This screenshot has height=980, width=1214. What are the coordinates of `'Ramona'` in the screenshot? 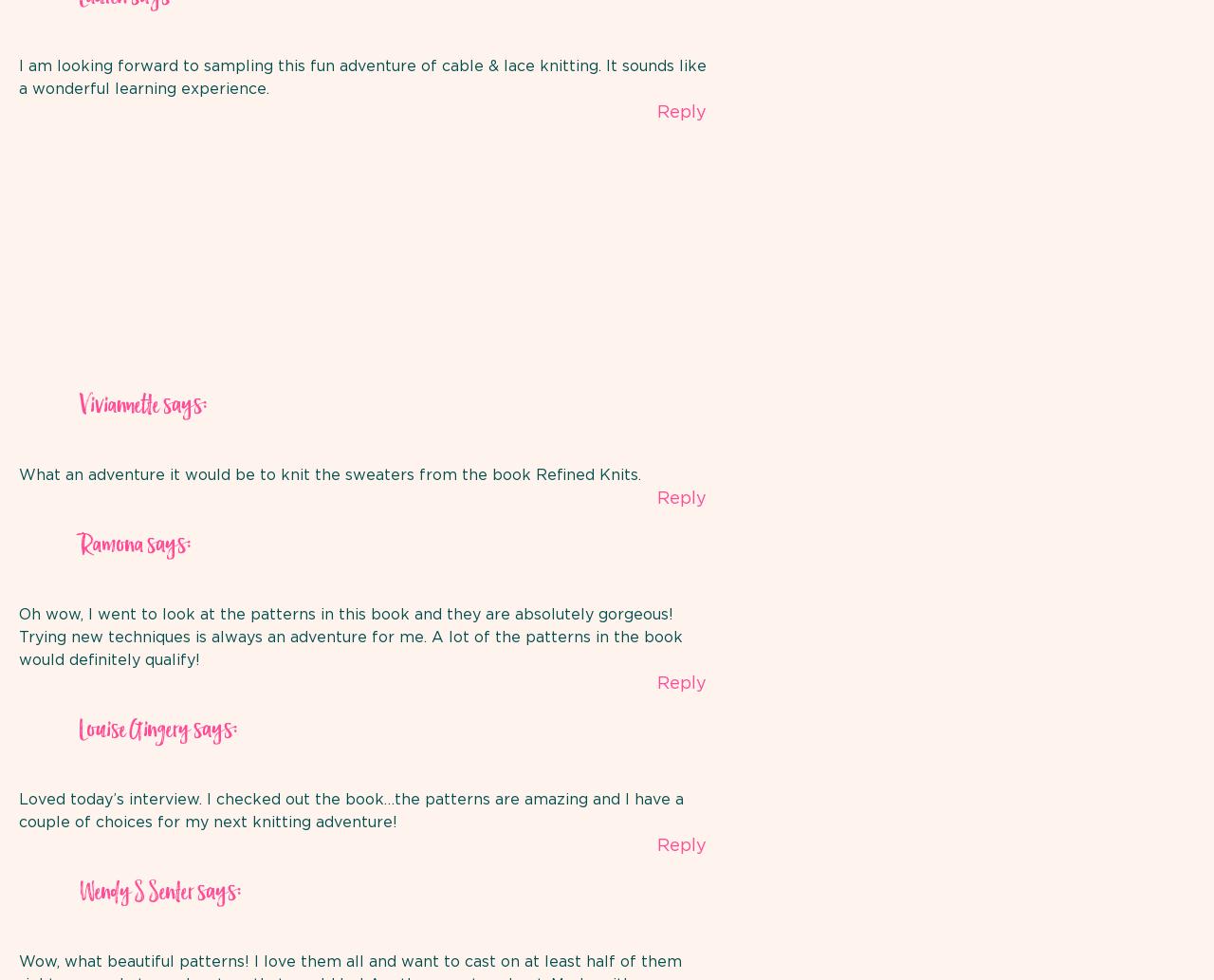 It's located at (110, 545).